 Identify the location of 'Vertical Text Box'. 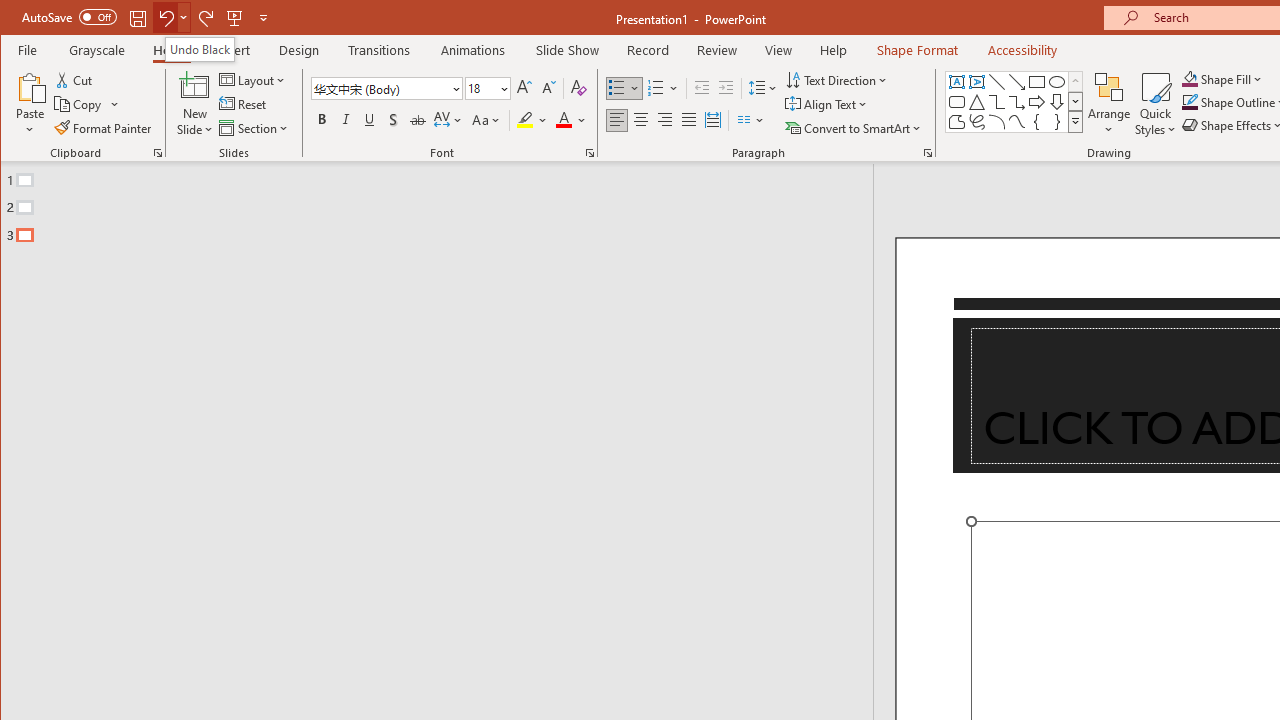
(976, 81).